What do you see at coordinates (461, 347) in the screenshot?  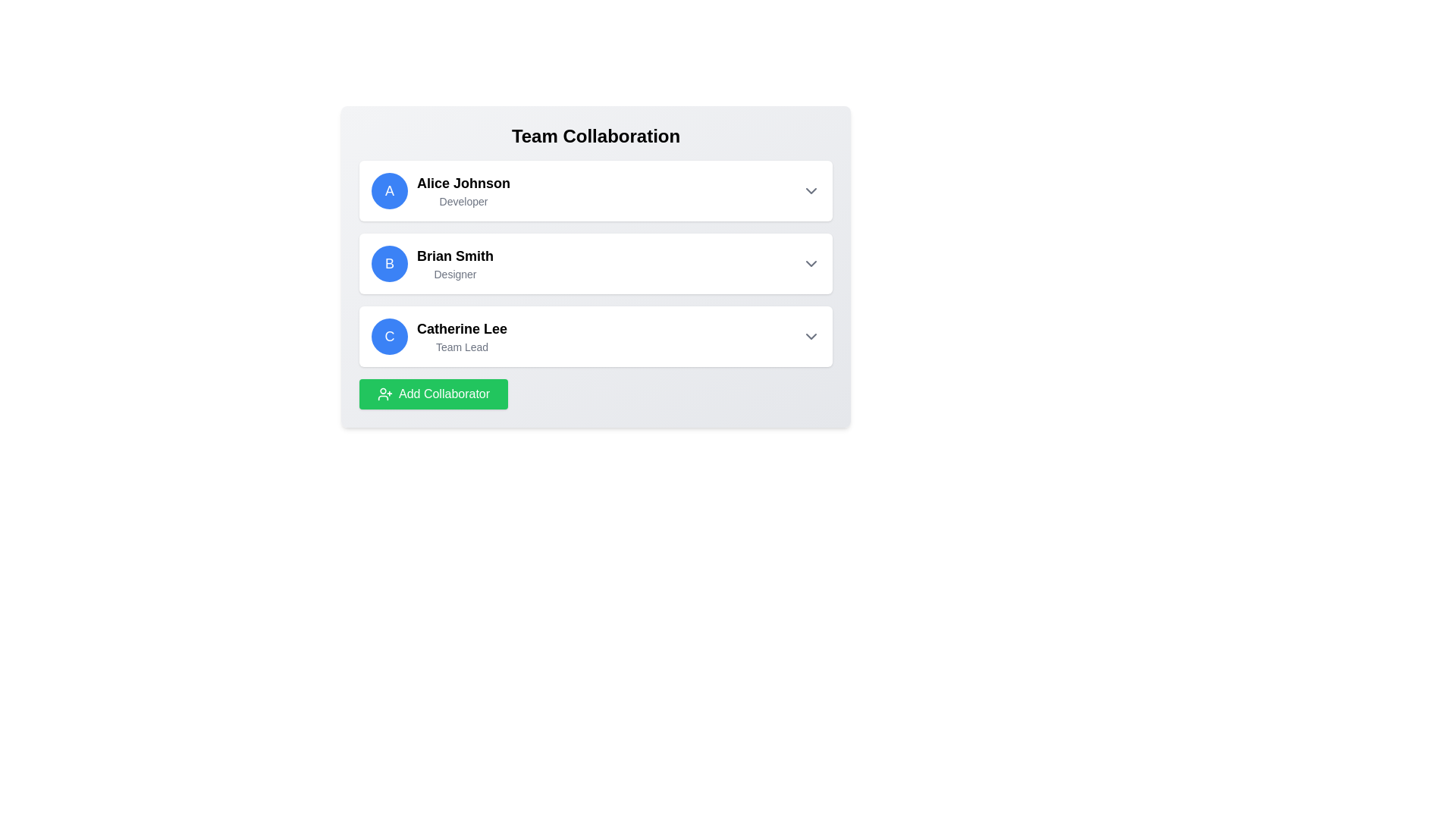 I see `the 'Team Lead' text label that is located beneath the name 'Catherine Lee' in the third user profile card` at bounding box center [461, 347].